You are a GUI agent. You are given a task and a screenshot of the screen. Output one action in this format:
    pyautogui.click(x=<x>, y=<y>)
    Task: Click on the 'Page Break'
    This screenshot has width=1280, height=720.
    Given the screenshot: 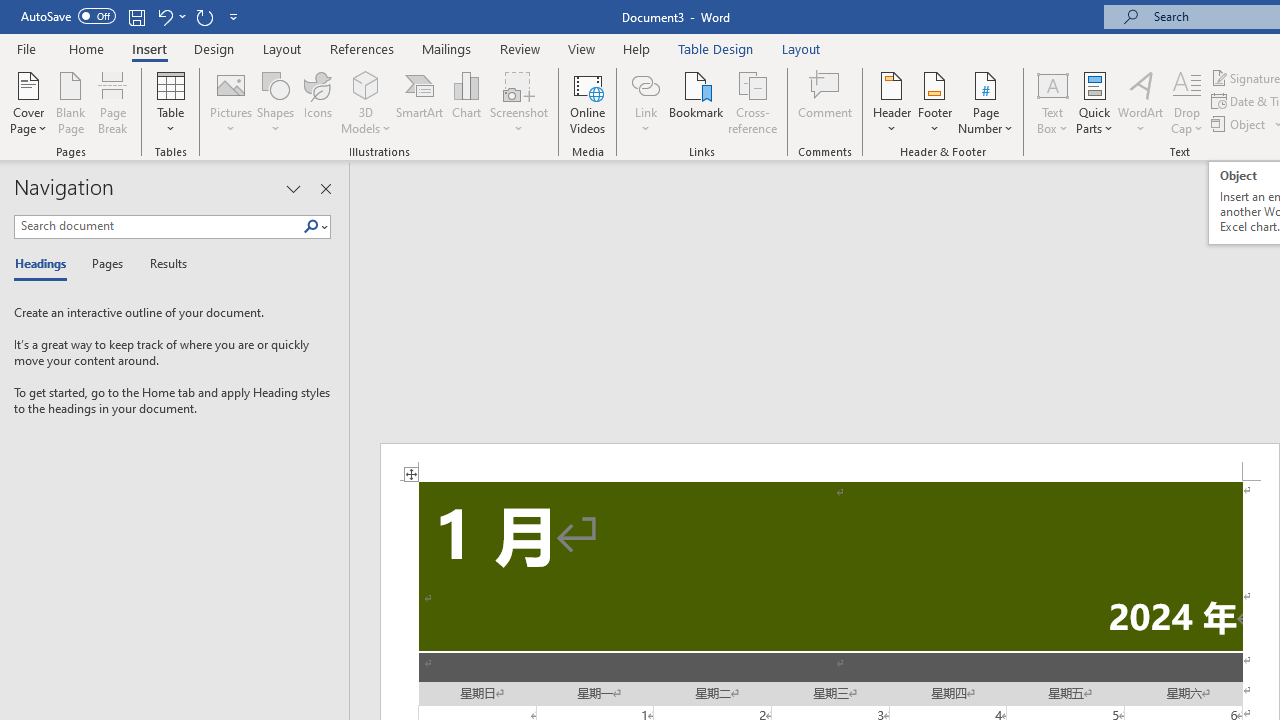 What is the action you would take?
    pyautogui.click(x=112, y=103)
    